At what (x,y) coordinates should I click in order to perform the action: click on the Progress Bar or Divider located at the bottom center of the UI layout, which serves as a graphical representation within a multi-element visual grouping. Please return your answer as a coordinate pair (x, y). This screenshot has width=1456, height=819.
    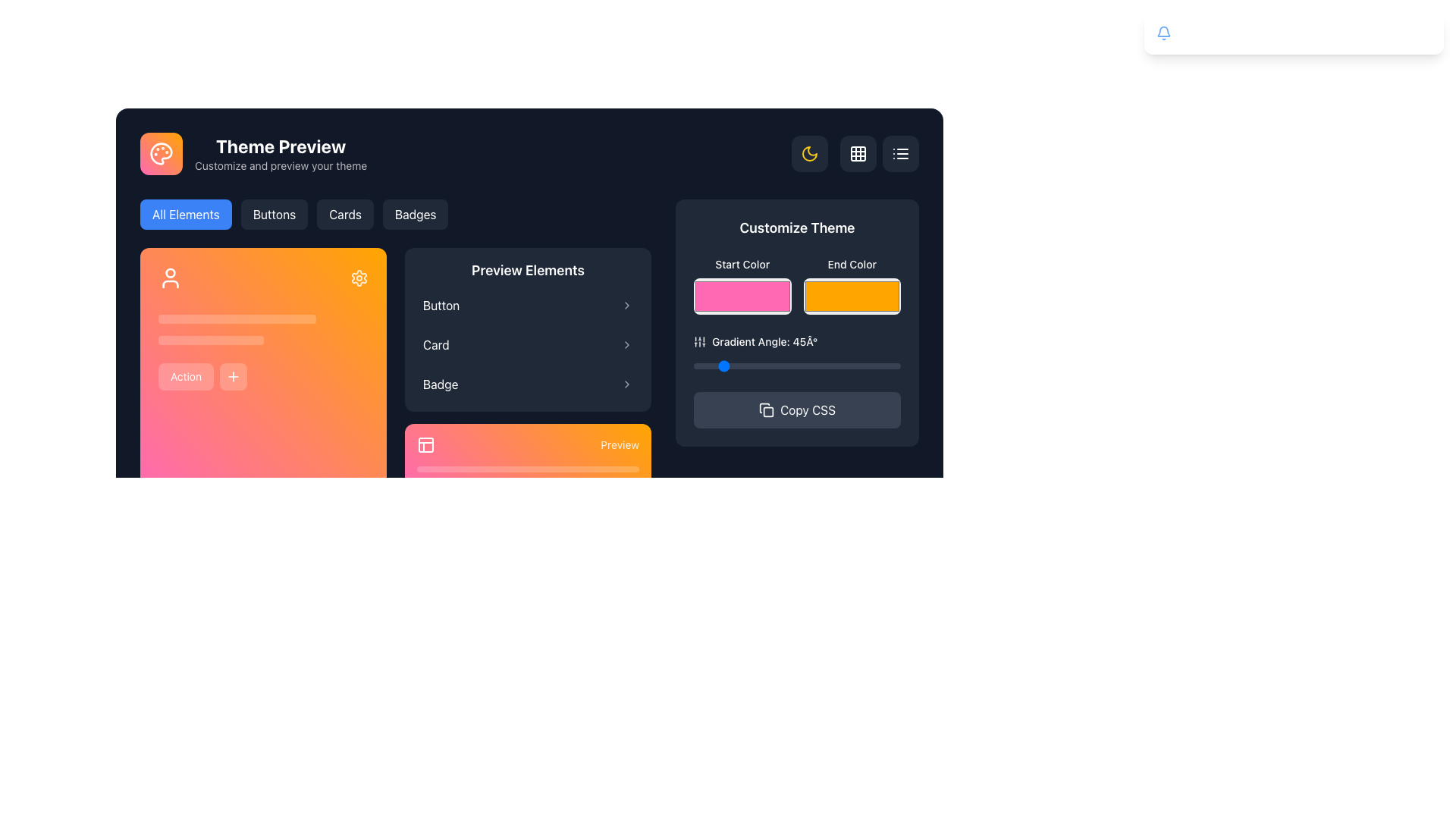
    Looking at the image, I should click on (528, 468).